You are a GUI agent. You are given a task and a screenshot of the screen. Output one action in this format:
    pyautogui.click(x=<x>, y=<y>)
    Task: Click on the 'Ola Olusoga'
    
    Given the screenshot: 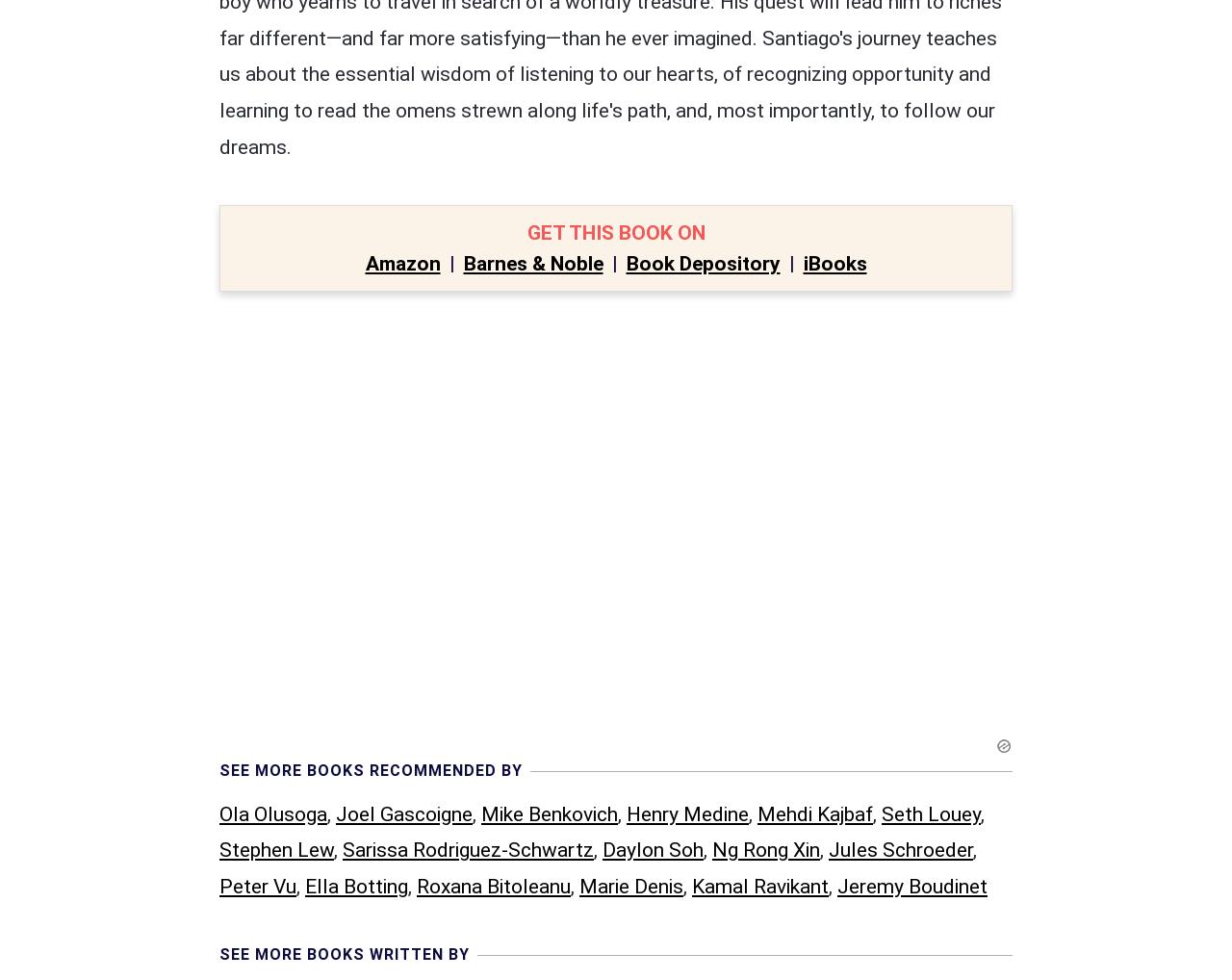 What is the action you would take?
    pyautogui.click(x=272, y=413)
    